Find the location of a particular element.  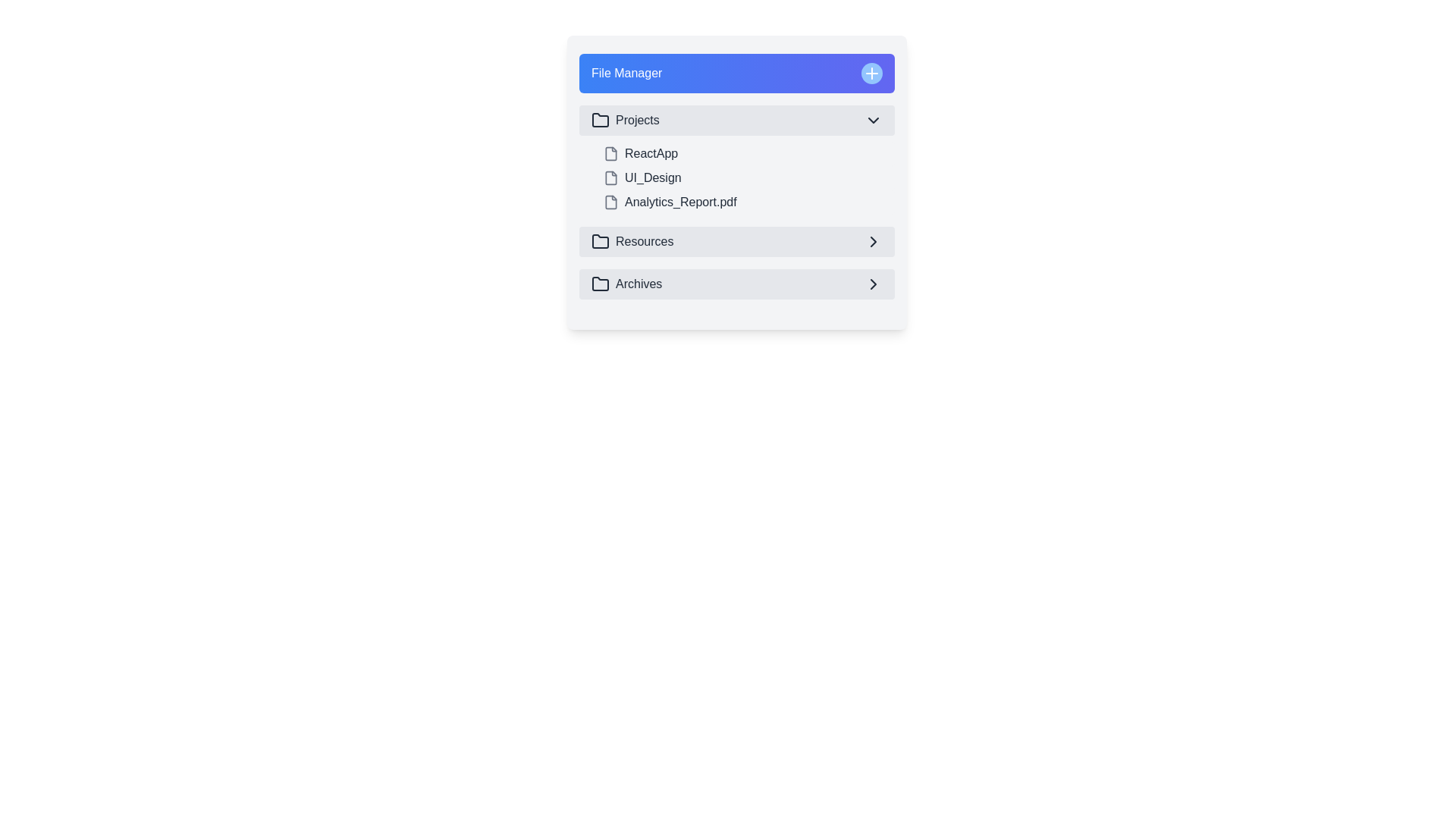

the 'Resources' folder item in the file manager interface is located at coordinates (632, 241).